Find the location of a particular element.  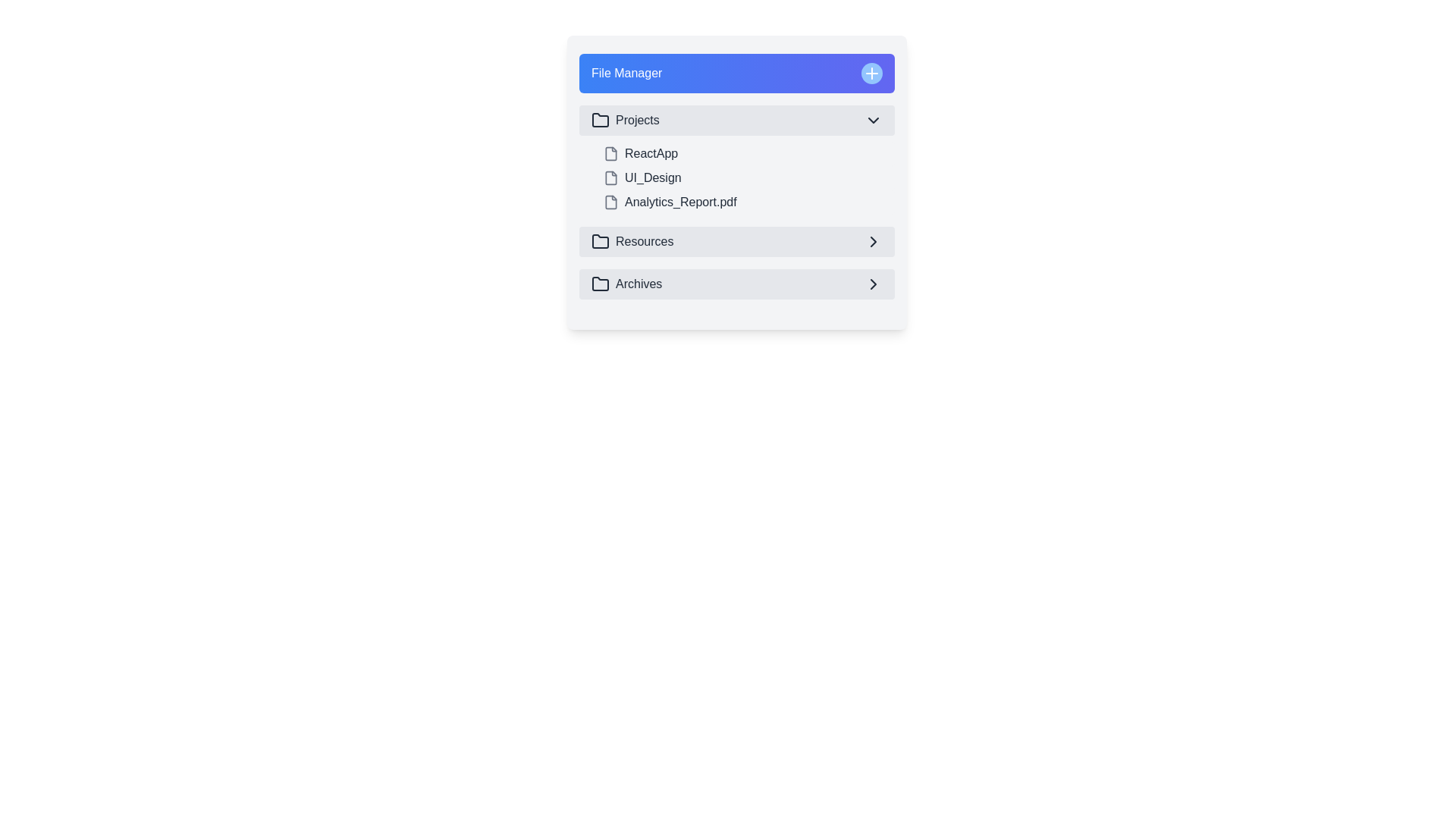

the 'Resources' folder item in the file manager interface is located at coordinates (632, 241).